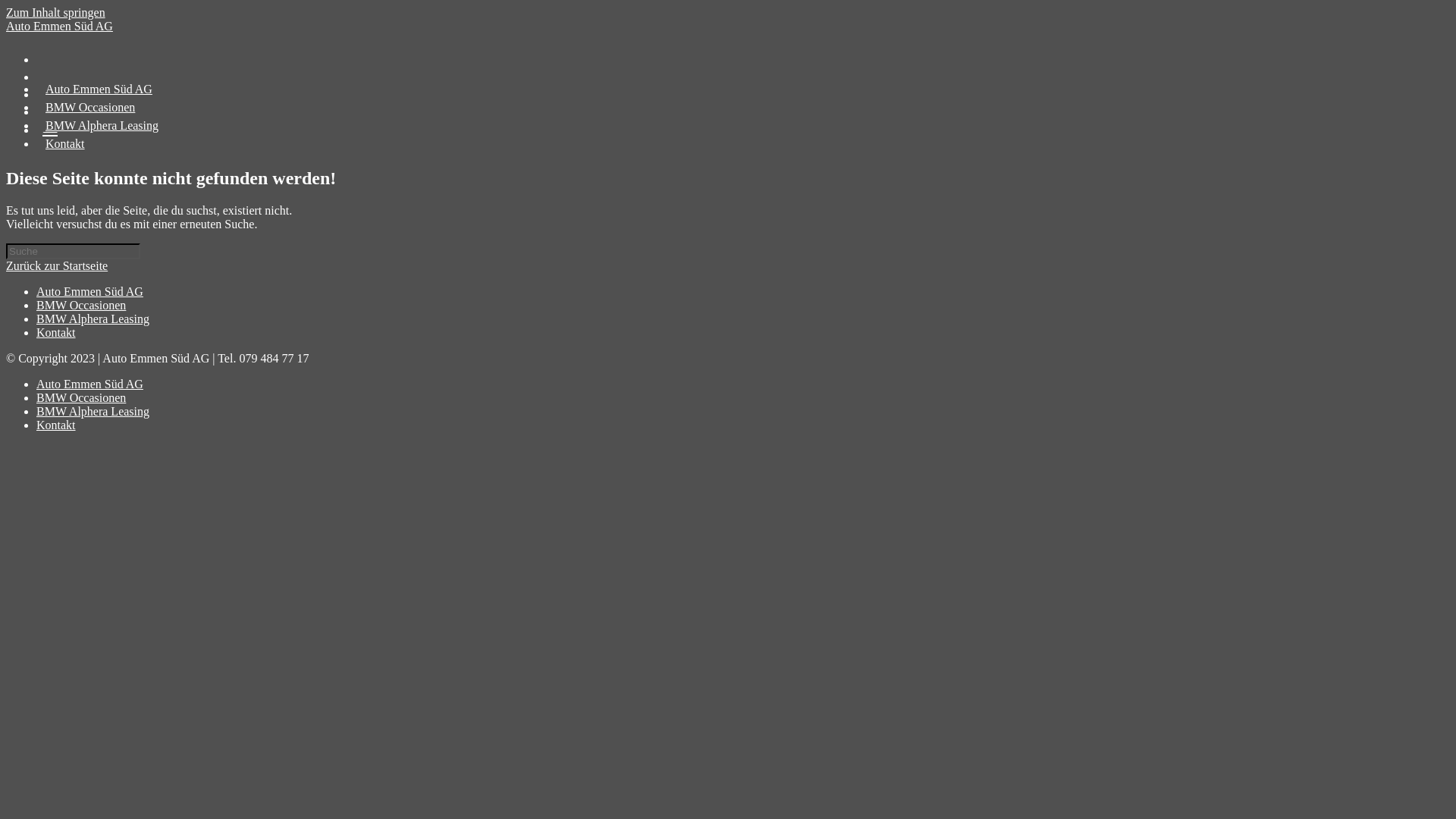  Describe the element at coordinates (55, 331) in the screenshot. I see `'Kontakt'` at that location.